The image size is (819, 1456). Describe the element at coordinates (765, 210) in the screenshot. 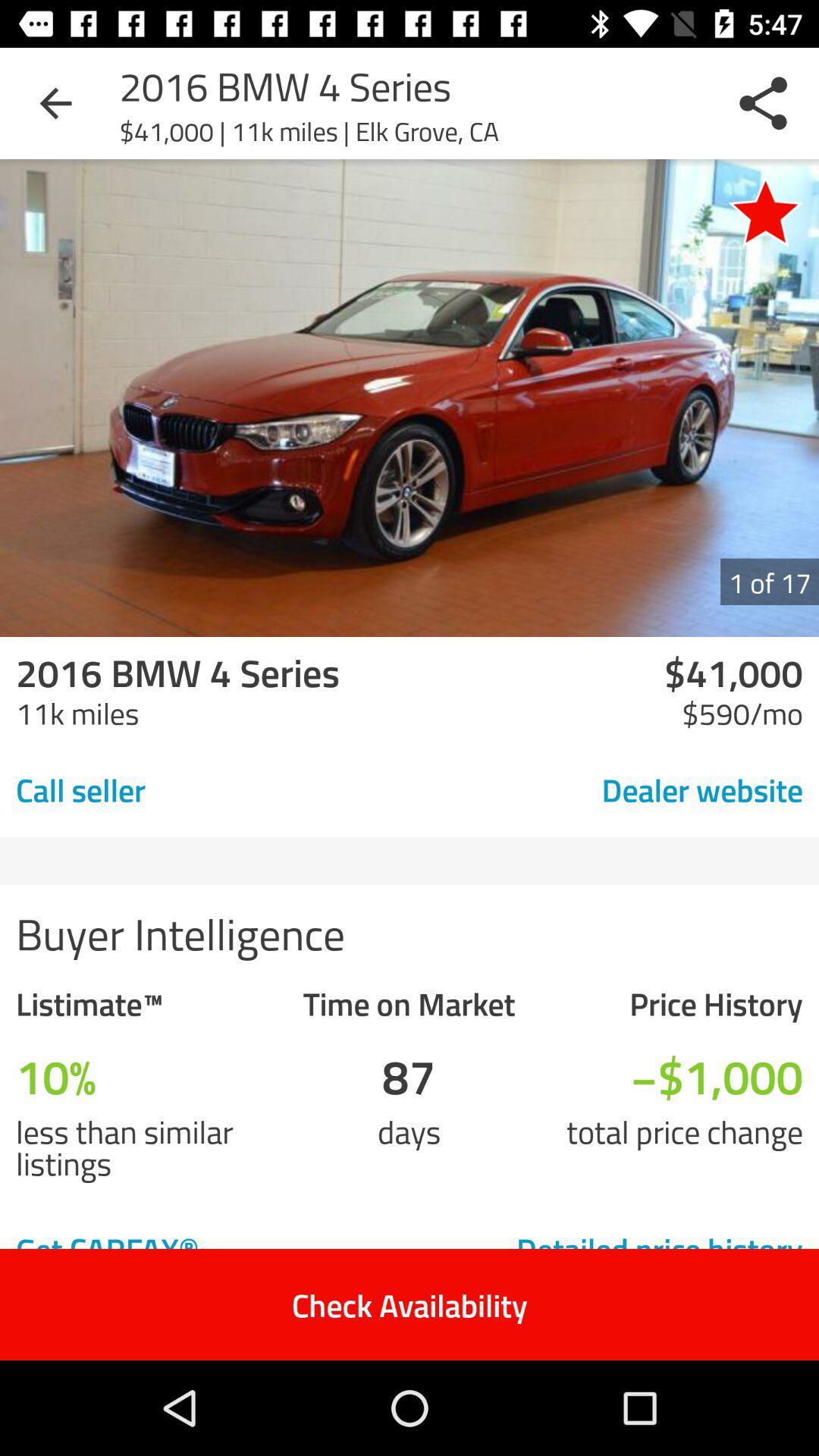

I see `the item next to 41 000 11k icon` at that location.